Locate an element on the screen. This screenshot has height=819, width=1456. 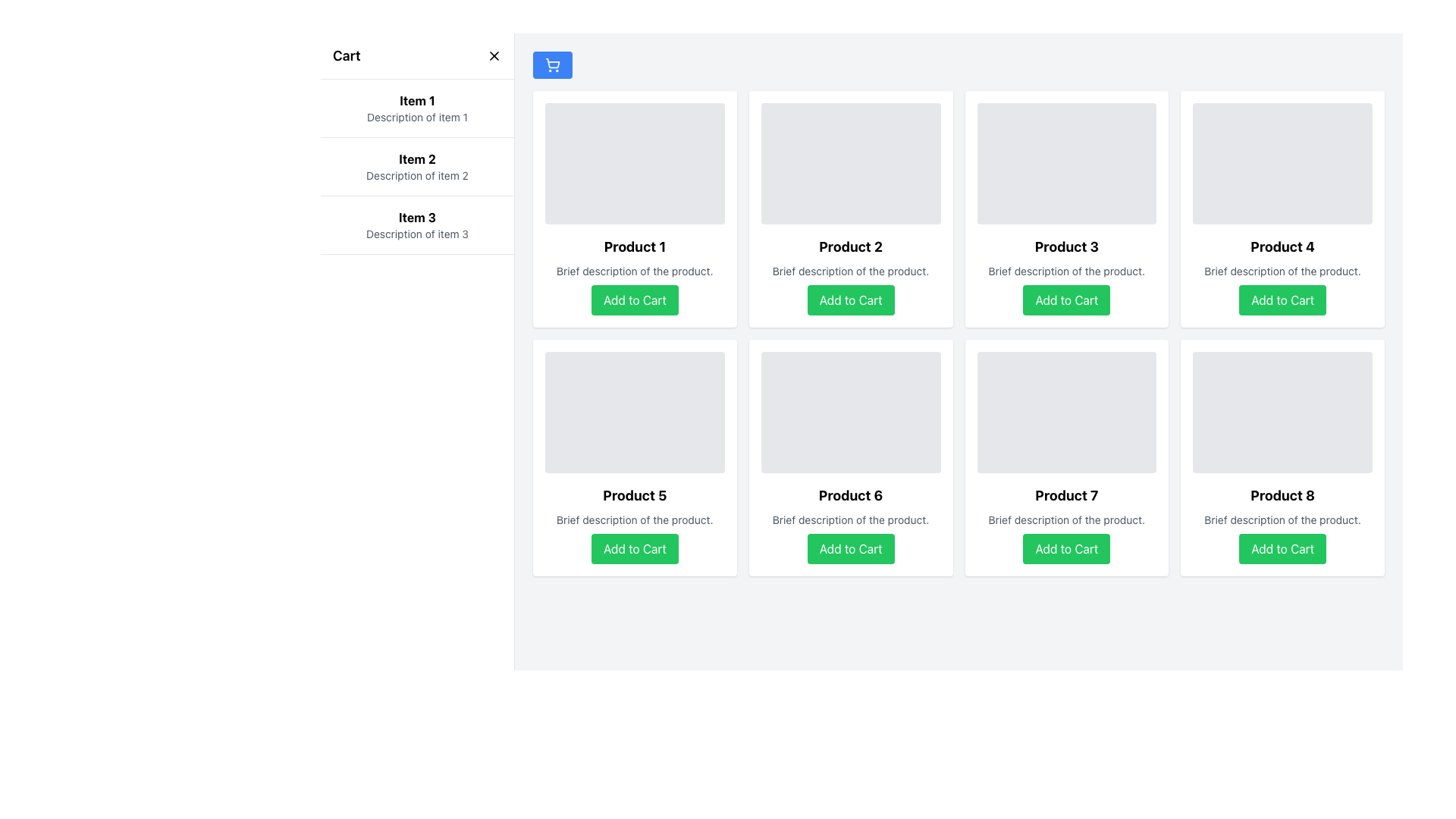
the 'Add to Cart' button for 'Product 8' located at the bottom right of its card is located at coordinates (1282, 549).